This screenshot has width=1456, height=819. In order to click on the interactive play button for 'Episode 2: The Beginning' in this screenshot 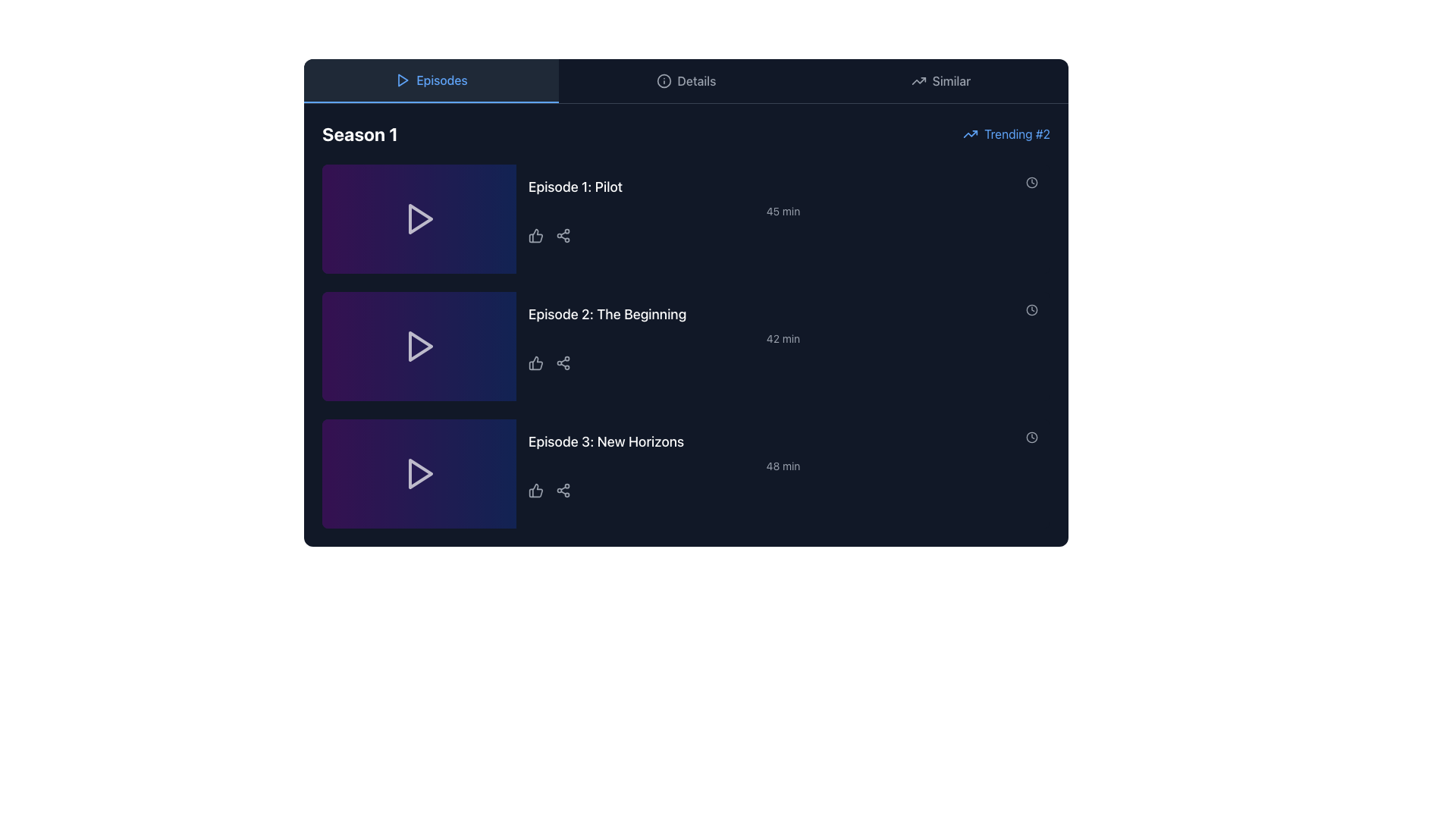, I will do `click(421, 346)`.